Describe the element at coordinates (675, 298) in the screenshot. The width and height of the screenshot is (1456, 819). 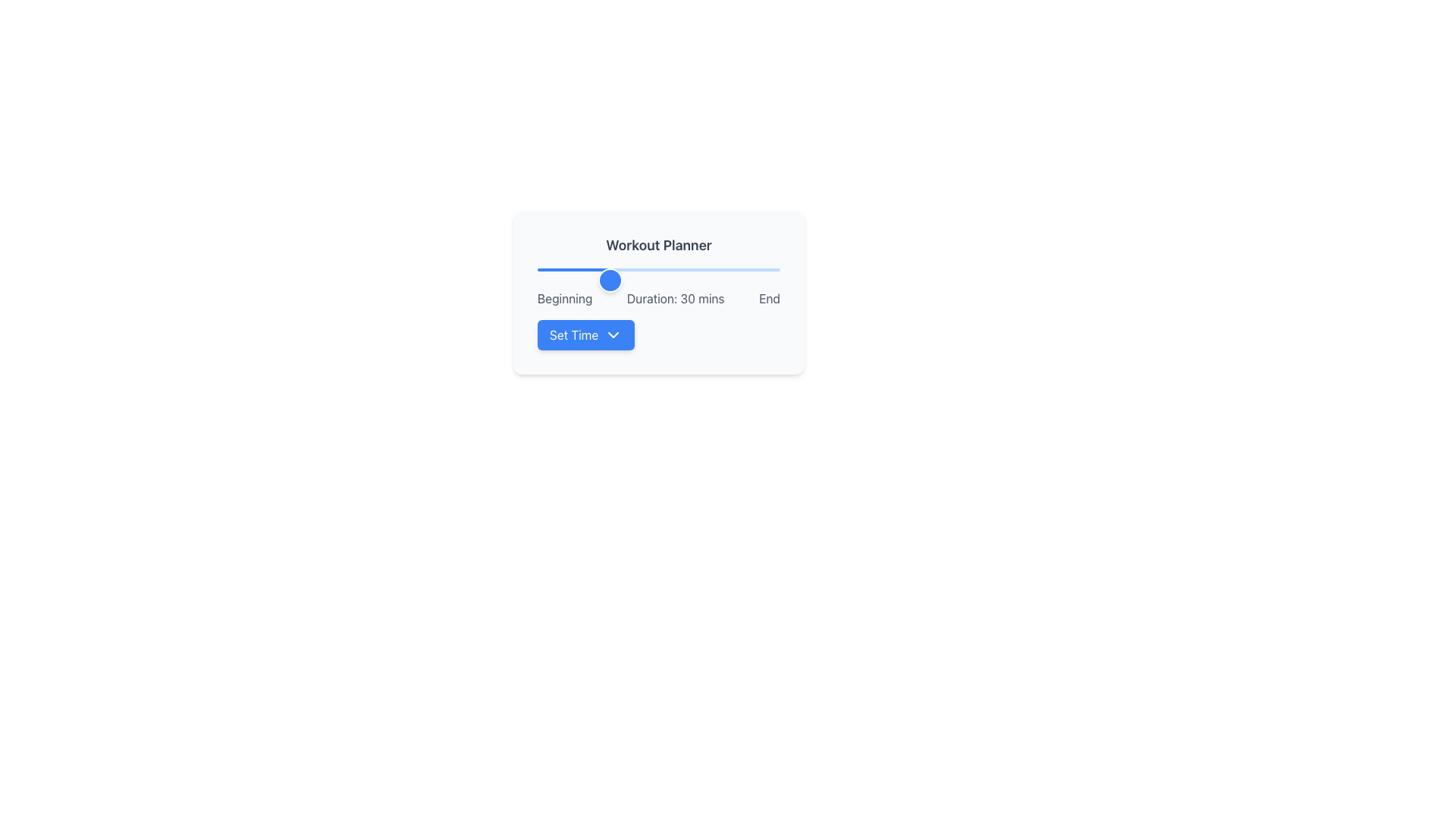
I see `the content of the text label displaying 'Duration: 30 mins', which is visually centered between 'Beginning' and 'End'` at that location.